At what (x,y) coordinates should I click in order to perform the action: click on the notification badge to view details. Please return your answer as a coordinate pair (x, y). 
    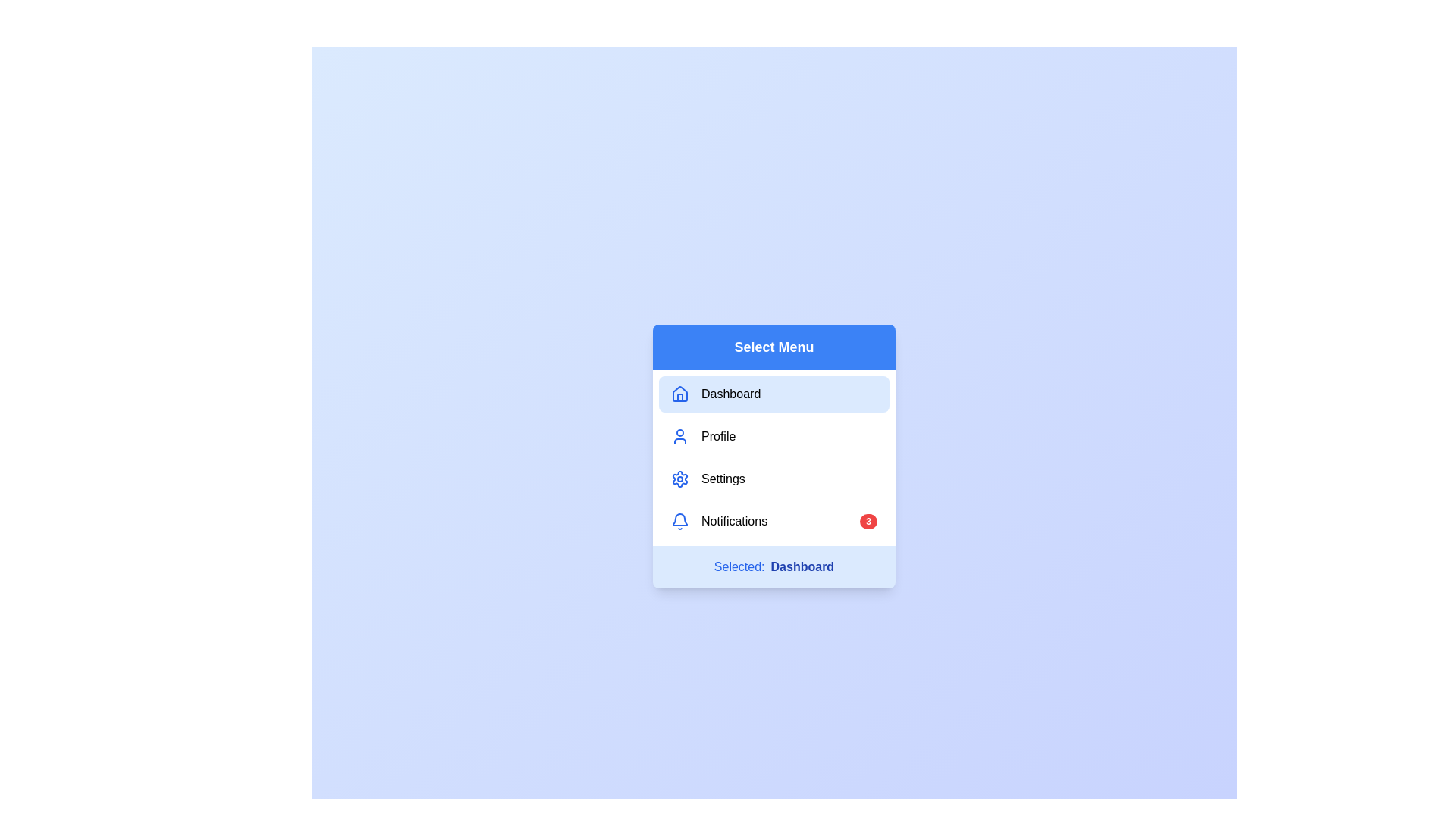
    Looking at the image, I should click on (868, 520).